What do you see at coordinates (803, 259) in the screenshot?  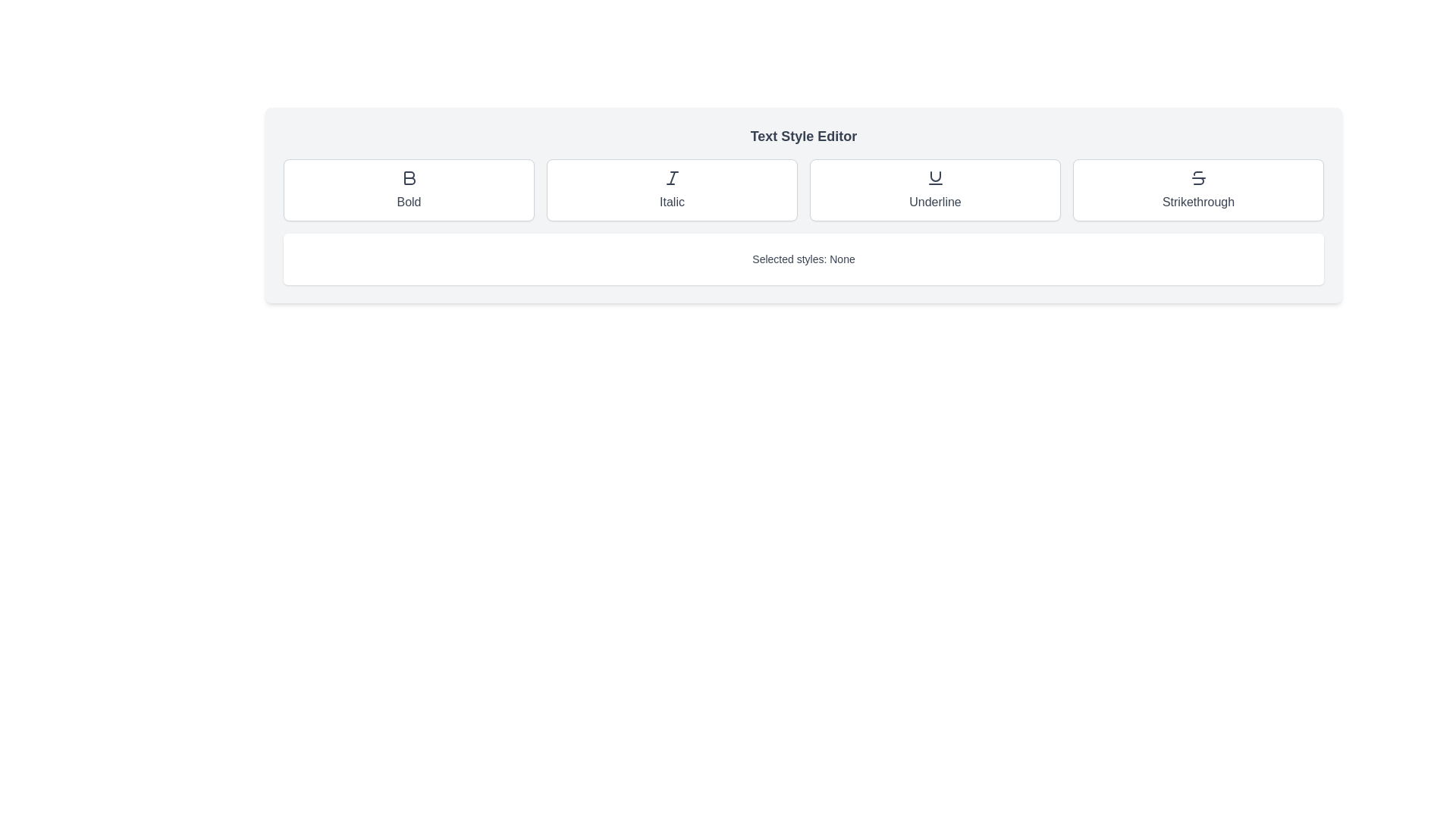 I see `the Informational display box that shows 'Selected styles: None', which has a white background and is located below the style buttons in the 'Text Style Editor' section` at bounding box center [803, 259].